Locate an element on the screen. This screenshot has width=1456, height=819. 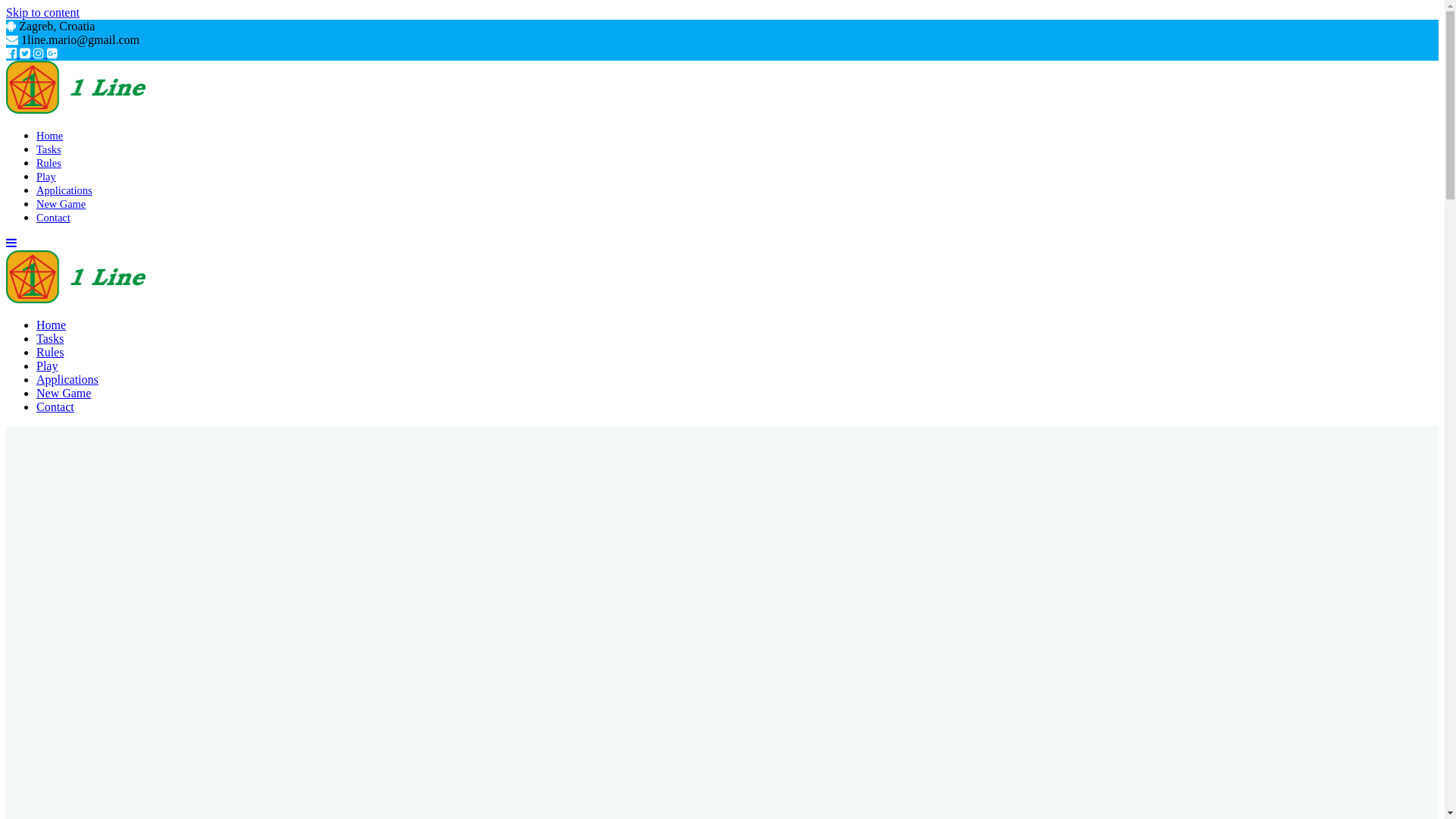
'Home' is located at coordinates (49, 134).